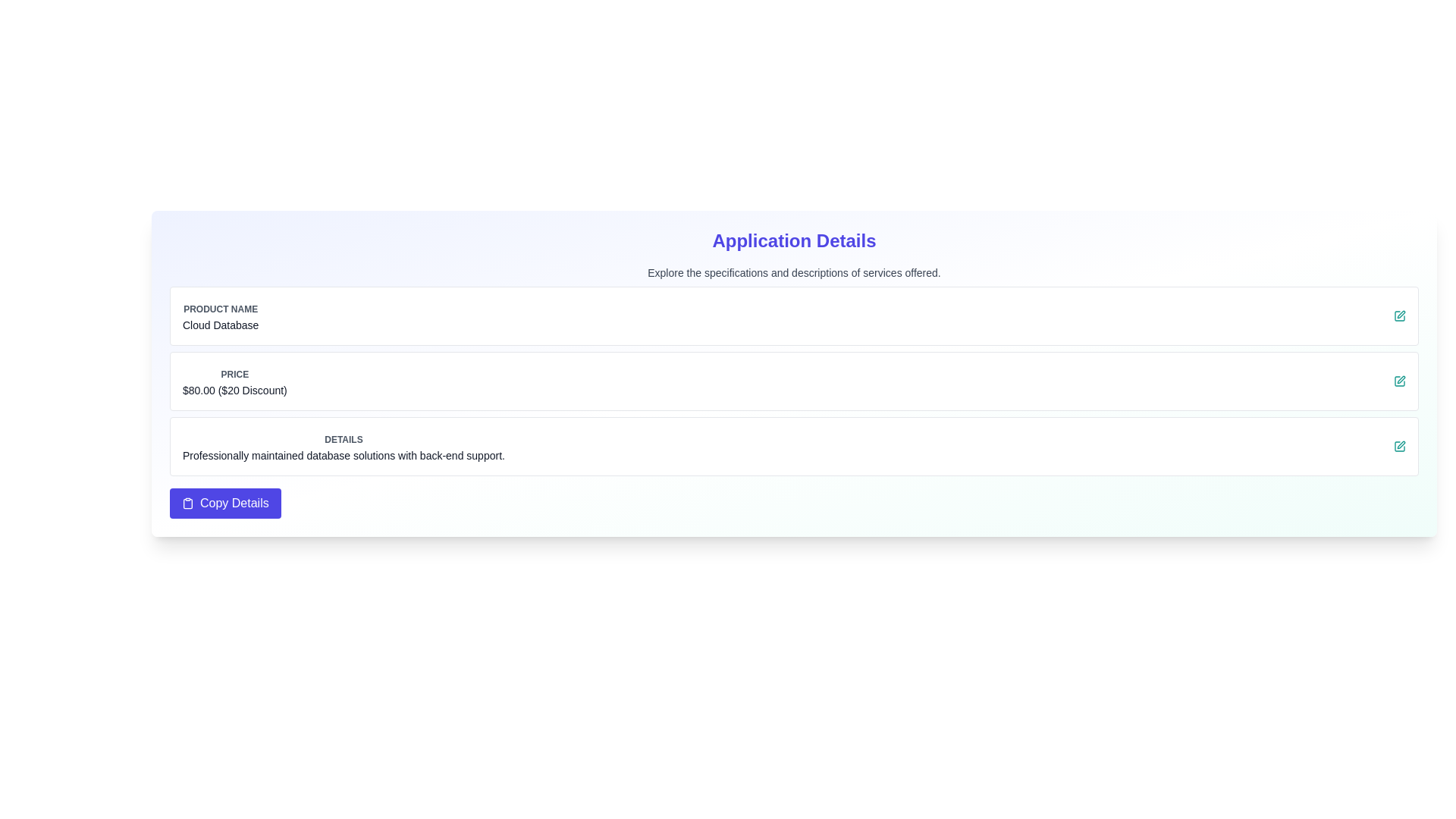  I want to click on the non-interactive Text label located at the bottom section of the interface, which serves as a heading for the following descriptive content about database solutions, so click(343, 439).